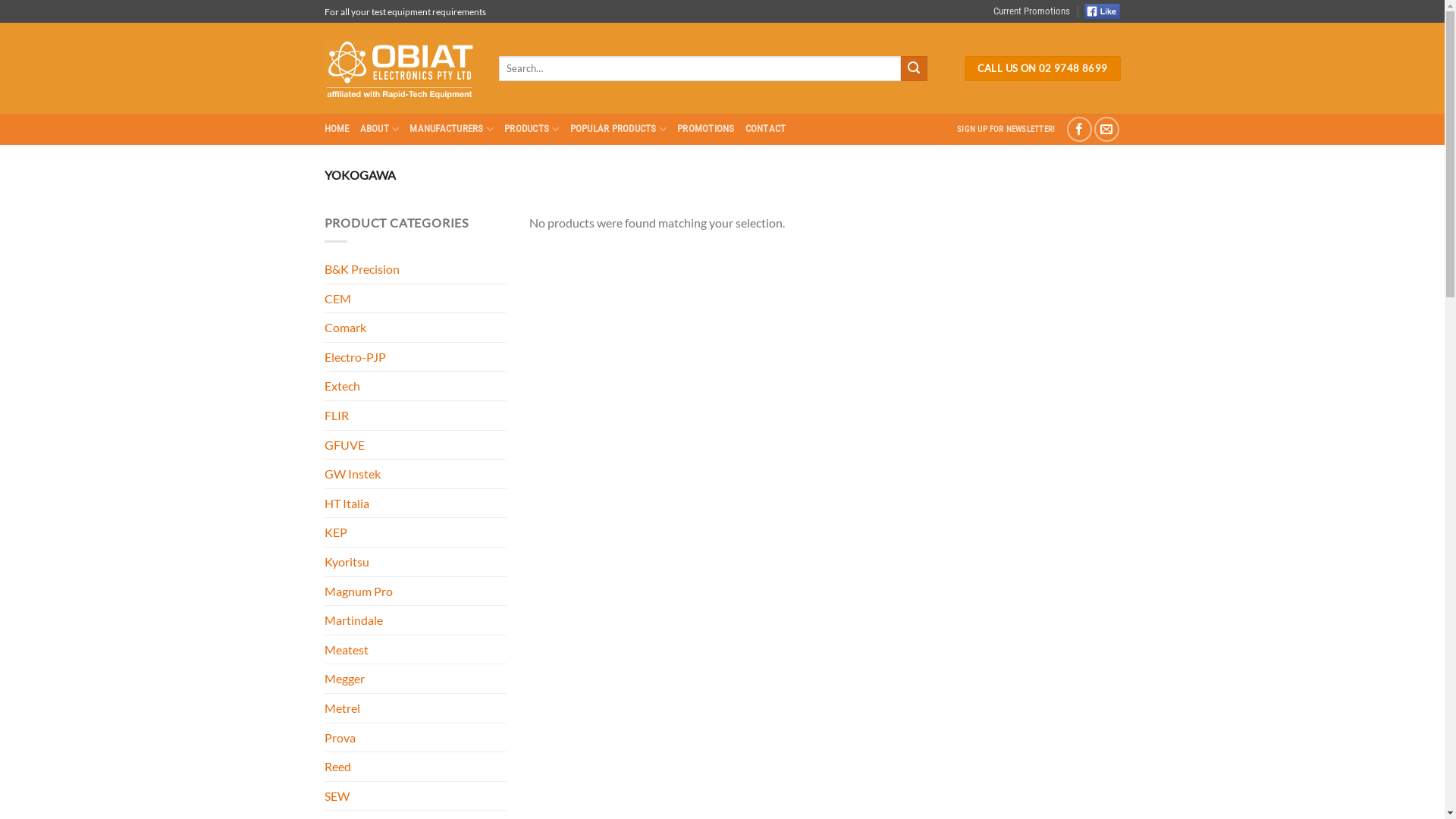 The width and height of the screenshot is (1456, 819). What do you see at coordinates (619, 127) in the screenshot?
I see `'POPULAR PRODUCTS'` at bounding box center [619, 127].